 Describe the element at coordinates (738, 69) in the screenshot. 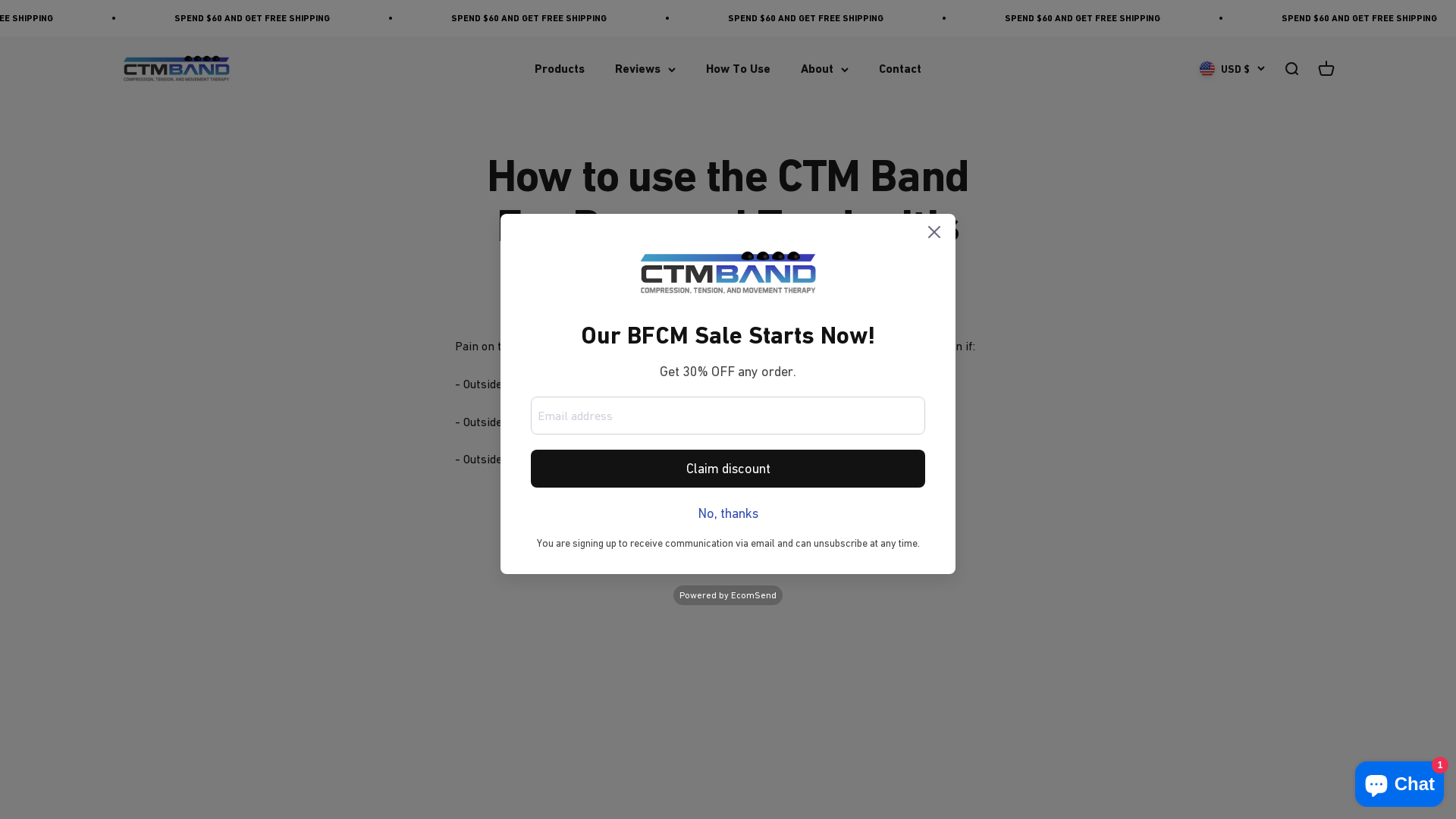

I see `'How To Use'` at that location.